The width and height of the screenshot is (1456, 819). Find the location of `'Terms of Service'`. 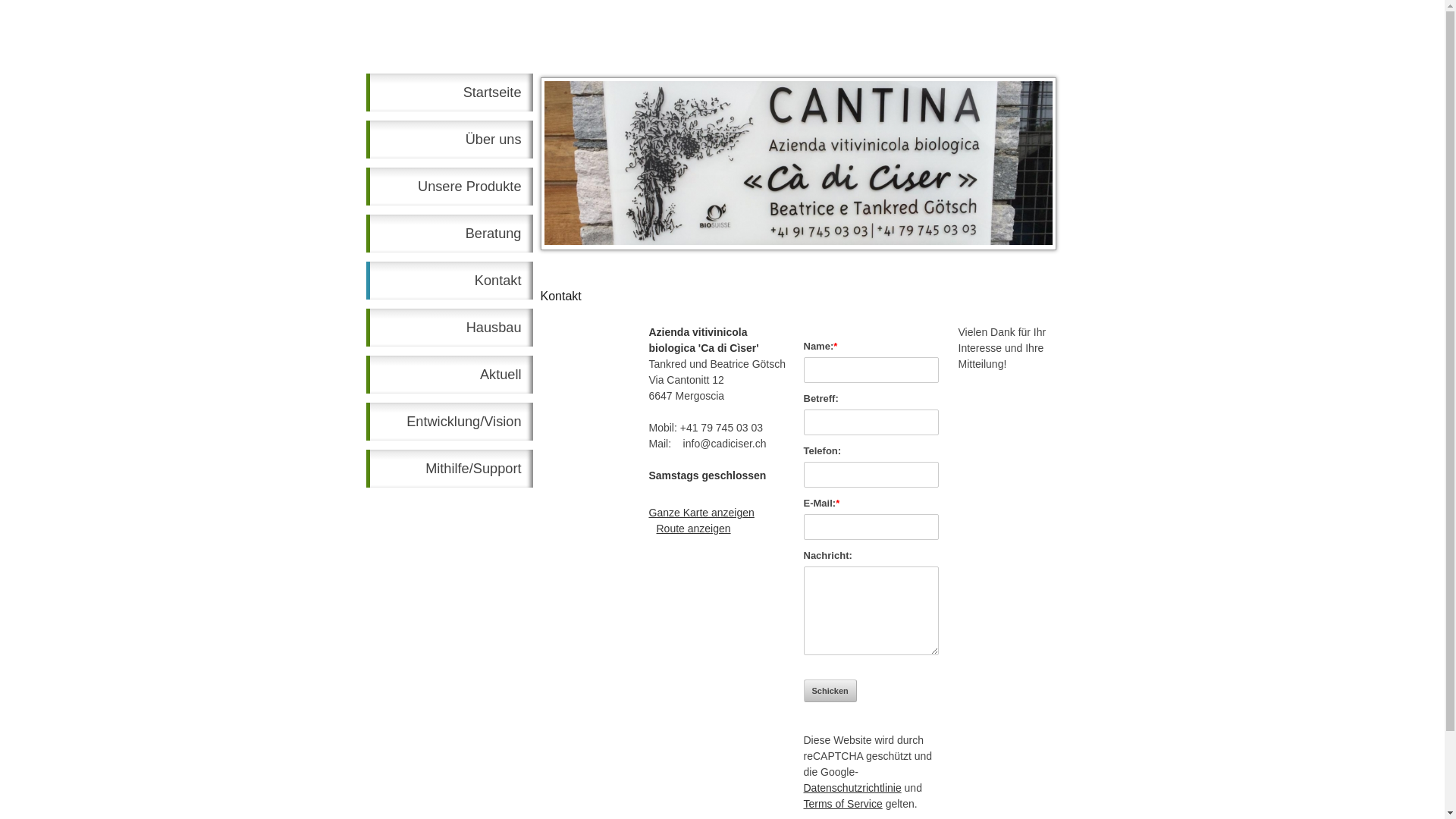

'Terms of Service' is located at coordinates (843, 803).